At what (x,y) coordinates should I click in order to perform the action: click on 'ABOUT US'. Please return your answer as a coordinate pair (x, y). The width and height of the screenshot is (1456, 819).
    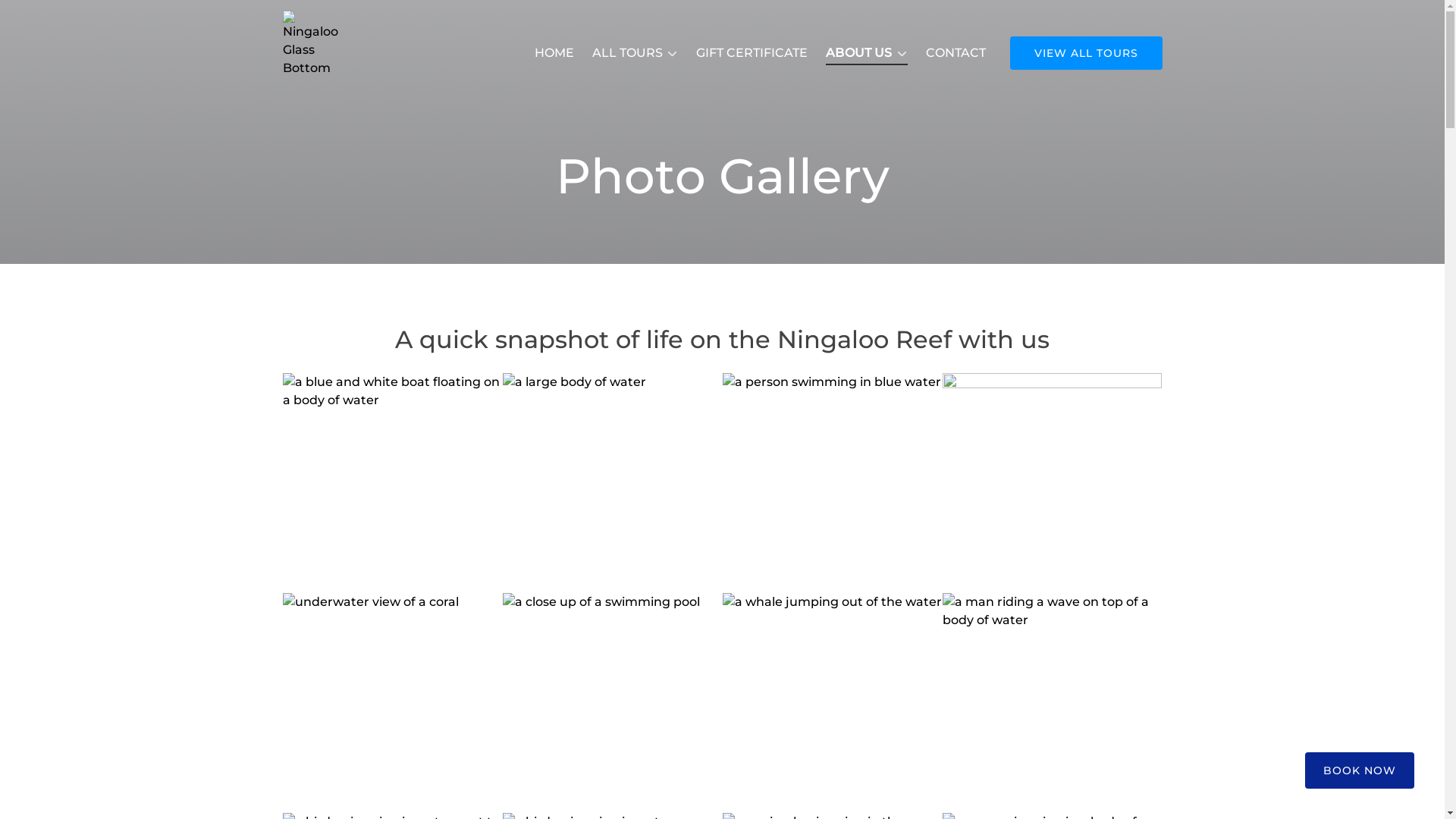
    Looking at the image, I should click on (866, 52).